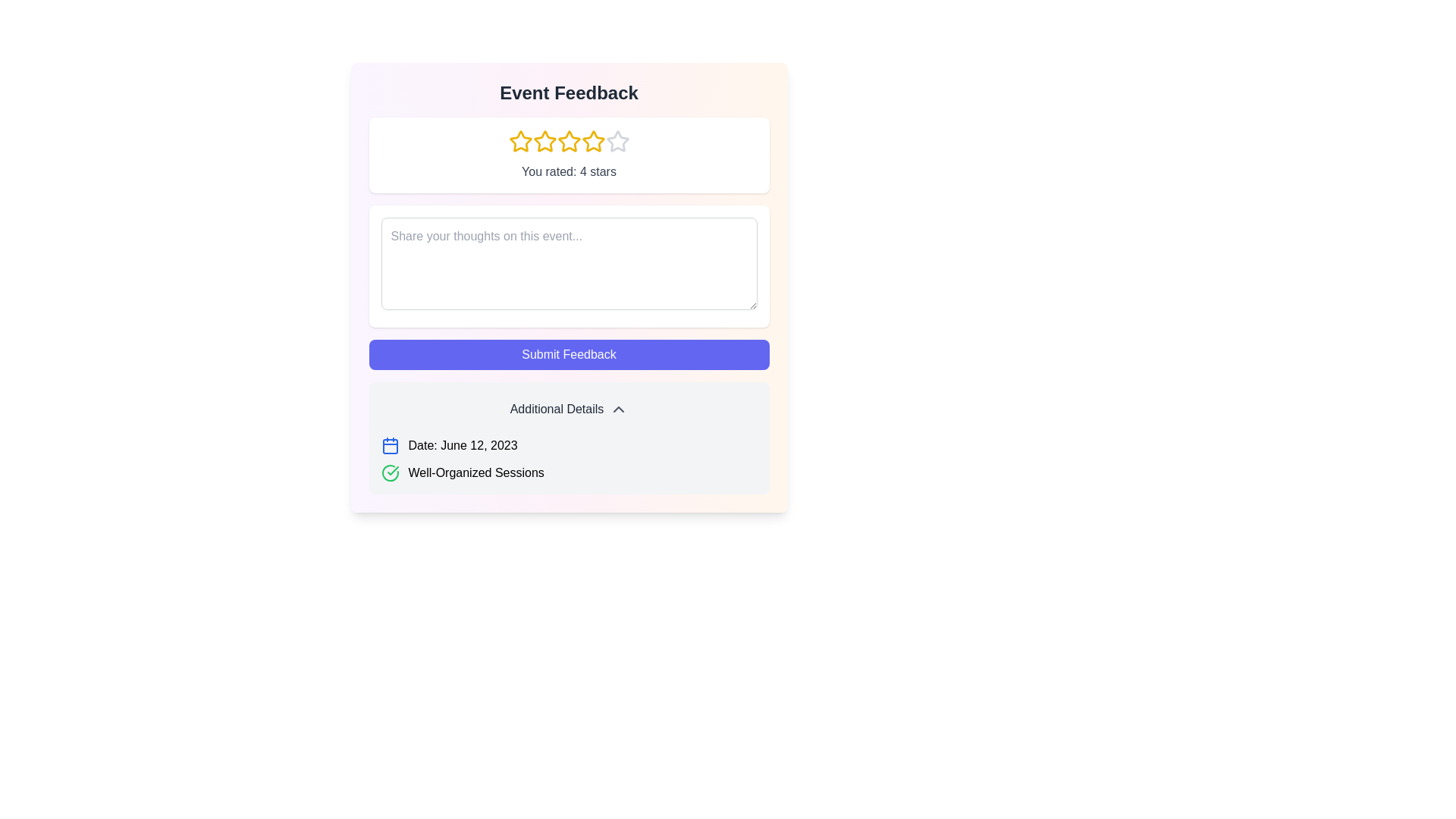 The image size is (1456, 819). What do you see at coordinates (568, 155) in the screenshot?
I see `the displayed feedback rating represented by highlighted stars and a text label located below the 'Event Feedback' heading` at bounding box center [568, 155].